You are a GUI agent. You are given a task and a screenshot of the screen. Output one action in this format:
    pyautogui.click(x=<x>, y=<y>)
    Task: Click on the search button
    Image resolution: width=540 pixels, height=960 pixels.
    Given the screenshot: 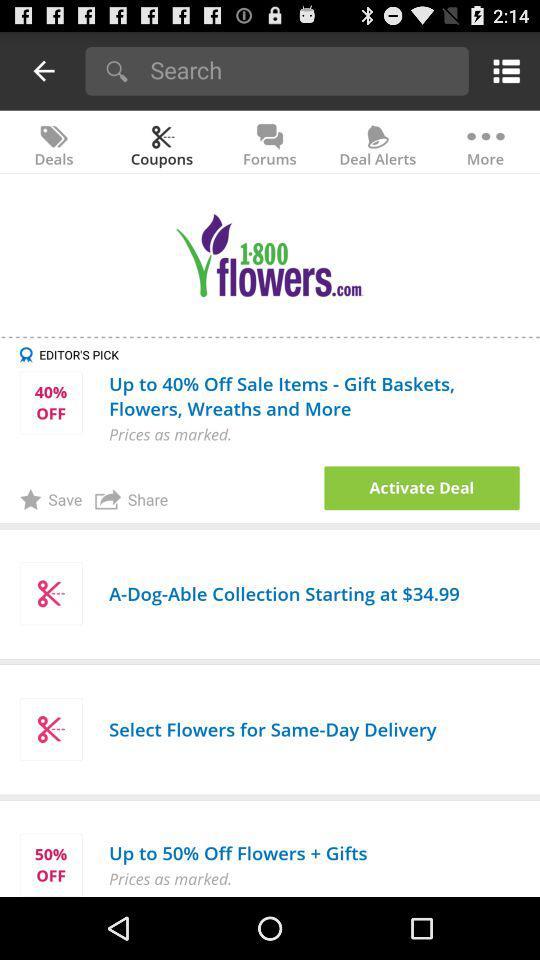 What is the action you would take?
    pyautogui.click(x=302, y=69)
    